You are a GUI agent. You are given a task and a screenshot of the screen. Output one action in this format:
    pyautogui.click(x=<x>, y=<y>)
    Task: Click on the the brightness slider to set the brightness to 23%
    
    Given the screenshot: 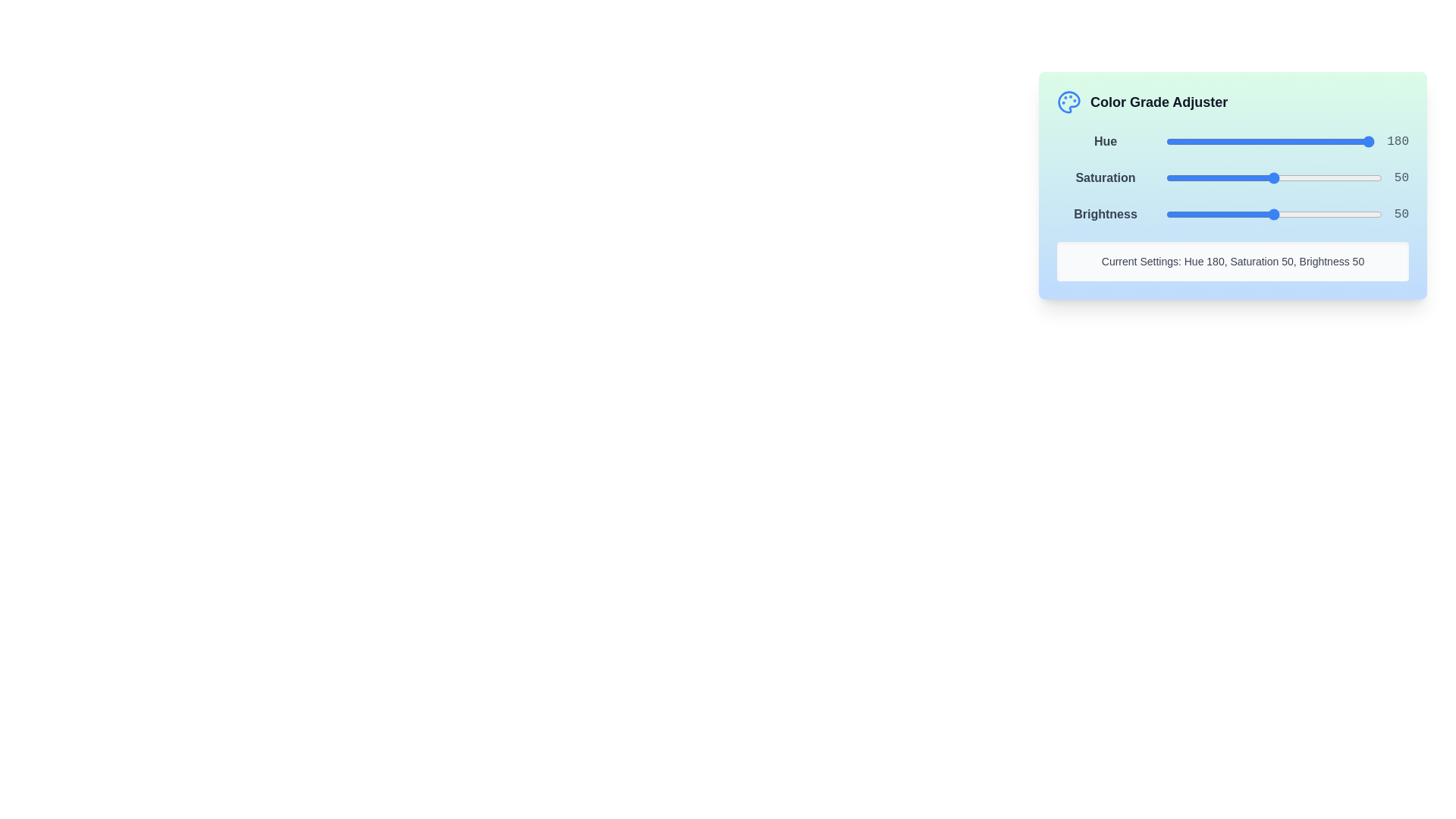 What is the action you would take?
    pyautogui.click(x=1216, y=214)
    